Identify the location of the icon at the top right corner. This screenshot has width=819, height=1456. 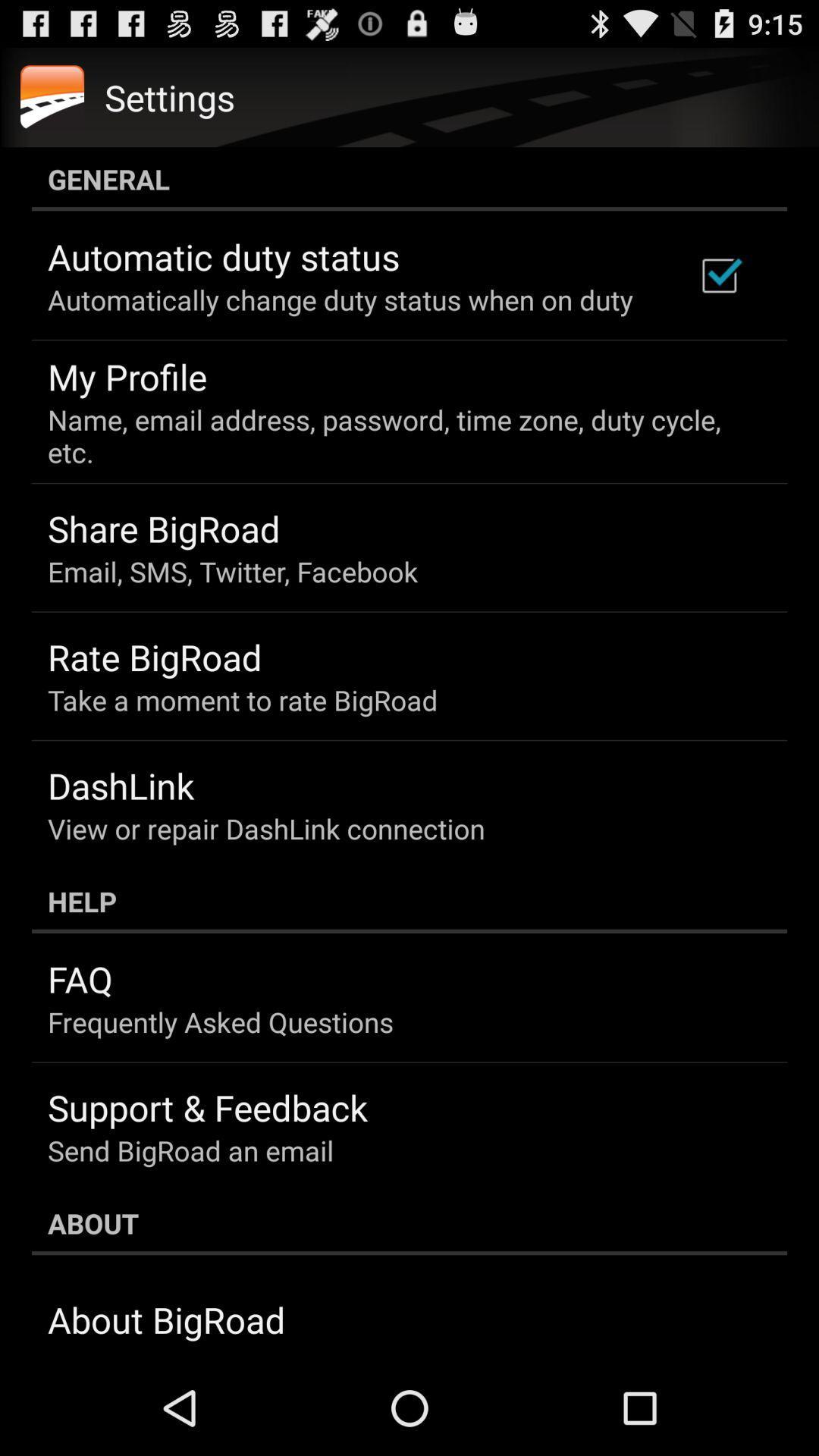
(718, 275).